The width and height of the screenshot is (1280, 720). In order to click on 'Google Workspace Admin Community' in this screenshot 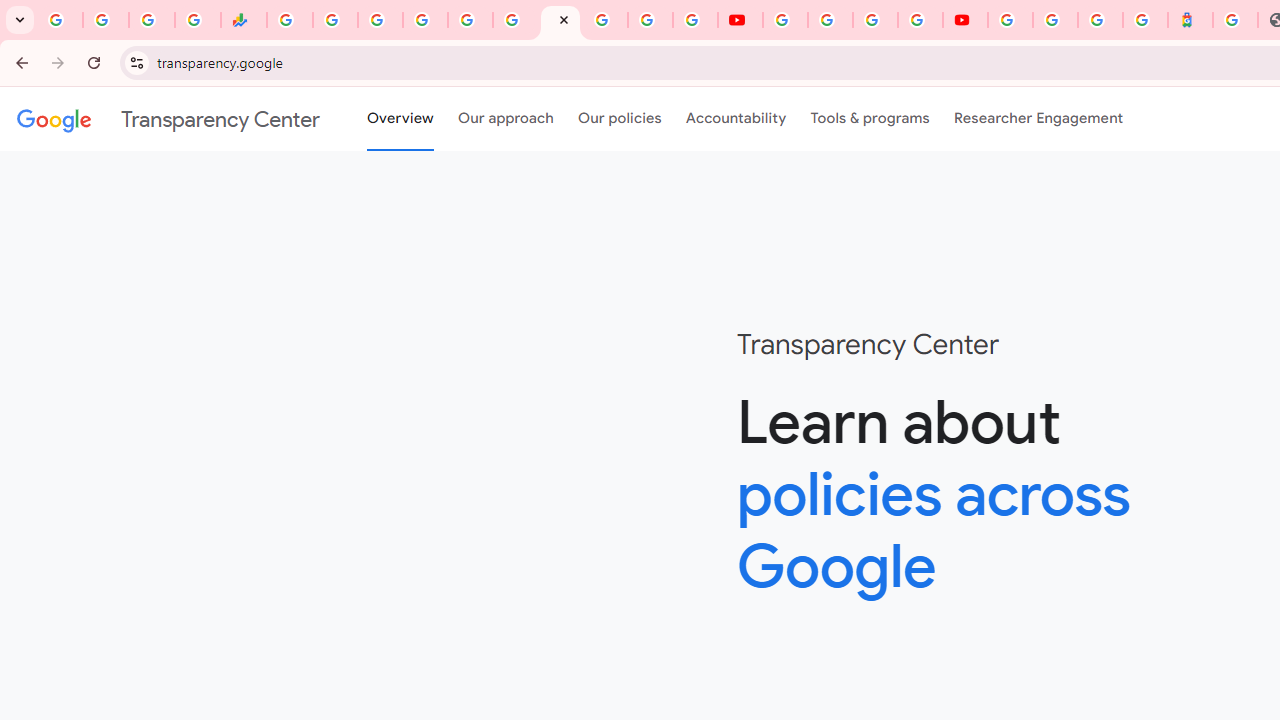, I will do `click(60, 20)`.